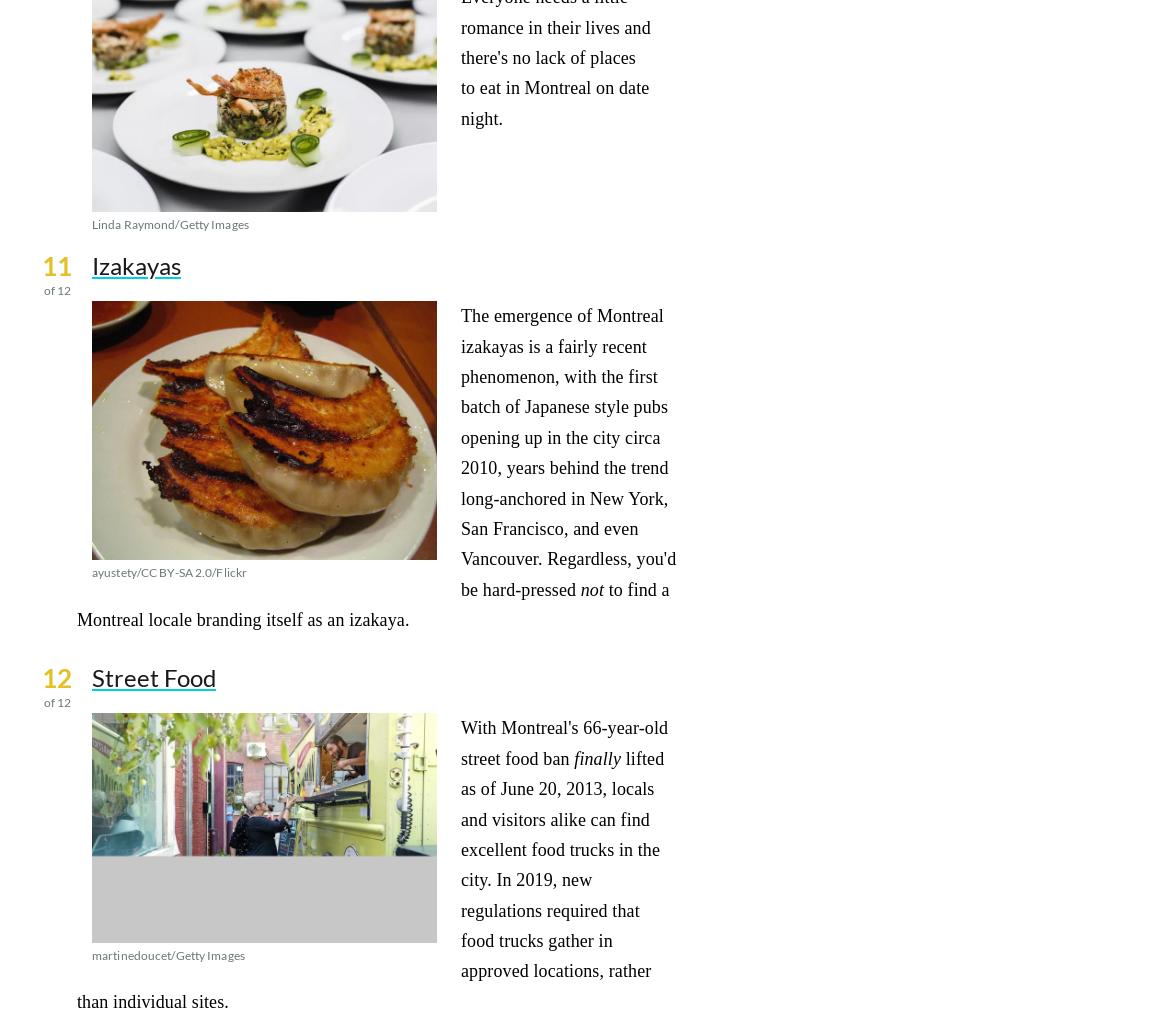 Image resolution: width=1150 pixels, height=1020 pixels. Describe the element at coordinates (372, 603) in the screenshot. I see `'to find a Montreal locale branding itself as an izakaya.'` at that location.